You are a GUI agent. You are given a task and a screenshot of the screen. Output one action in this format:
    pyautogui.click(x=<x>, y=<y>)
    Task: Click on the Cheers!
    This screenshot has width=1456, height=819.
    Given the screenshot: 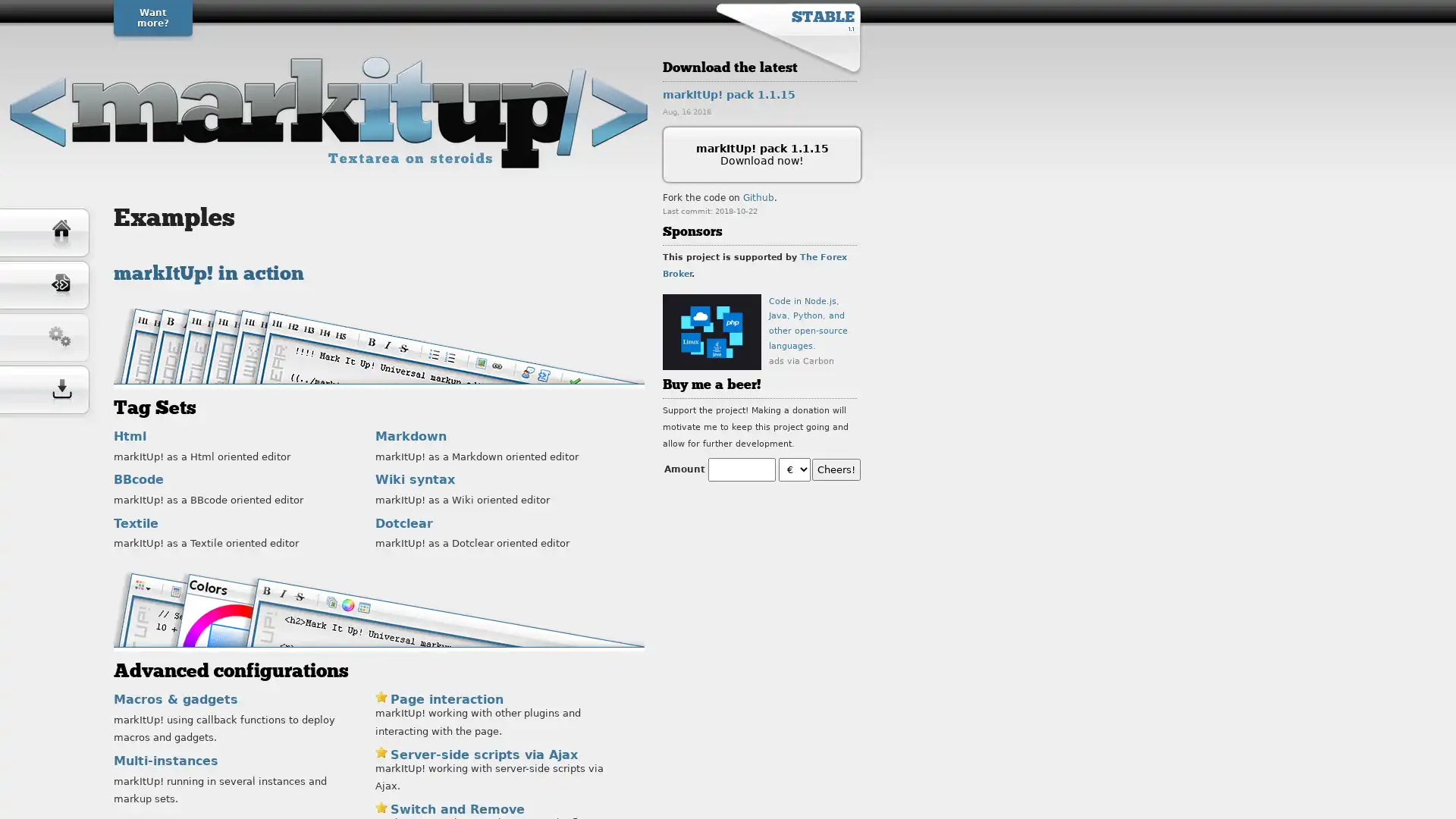 What is the action you would take?
    pyautogui.click(x=836, y=469)
    